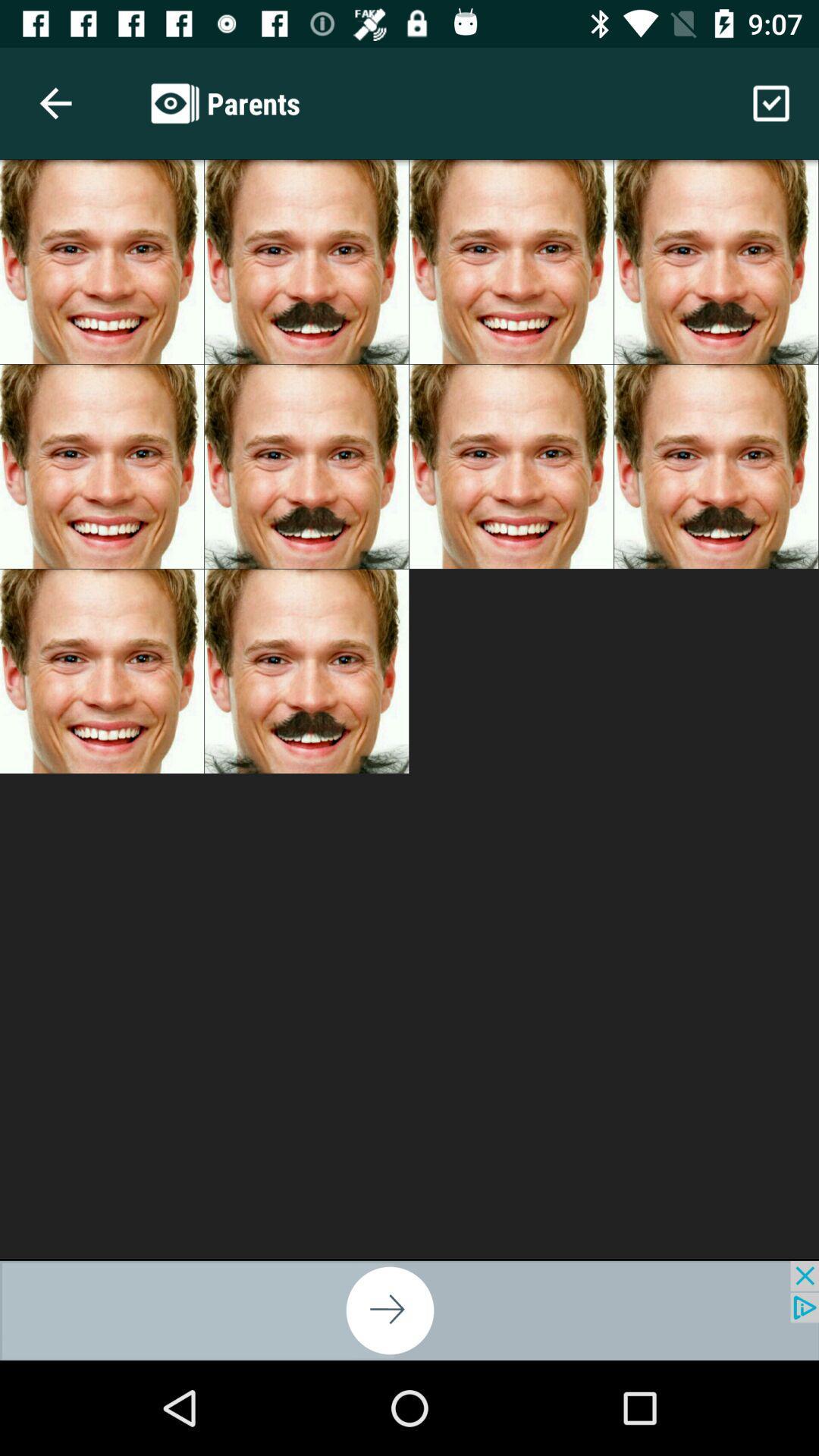  Describe the element at coordinates (511, 466) in the screenshot. I see `the image which is second row third image` at that location.